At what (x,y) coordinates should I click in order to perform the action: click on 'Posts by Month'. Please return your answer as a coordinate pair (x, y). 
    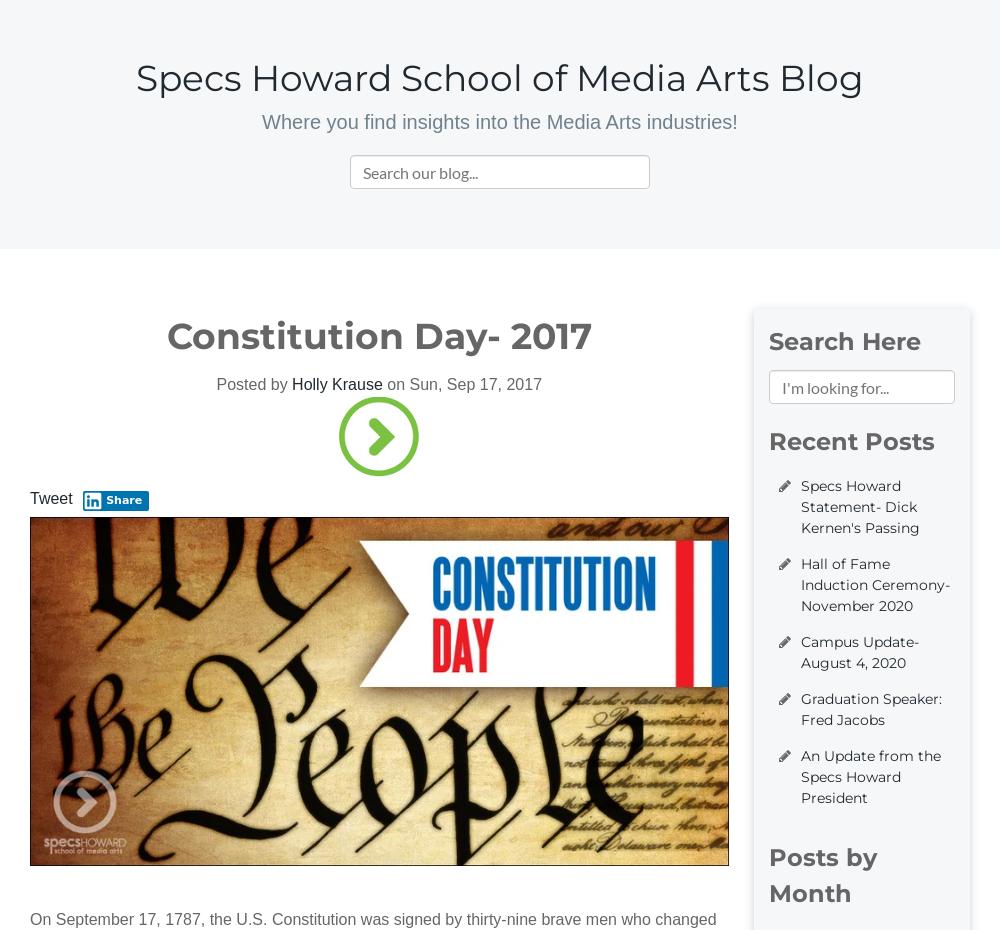
    Looking at the image, I should click on (769, 875).